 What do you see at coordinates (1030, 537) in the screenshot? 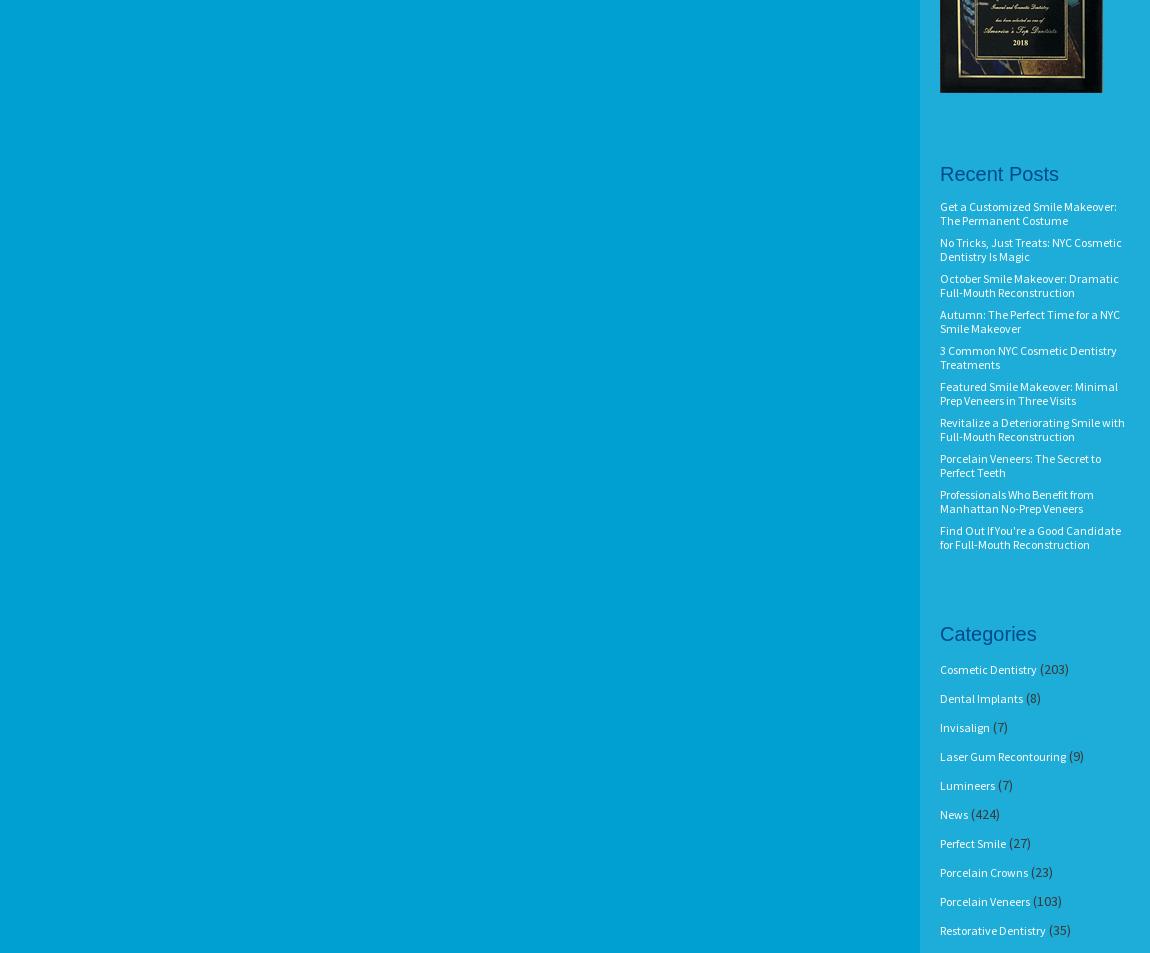
I see `'Find Out If You're a Good Candidate for Full-Mouth Reconstruction'` at bounding box center [1030, 537].